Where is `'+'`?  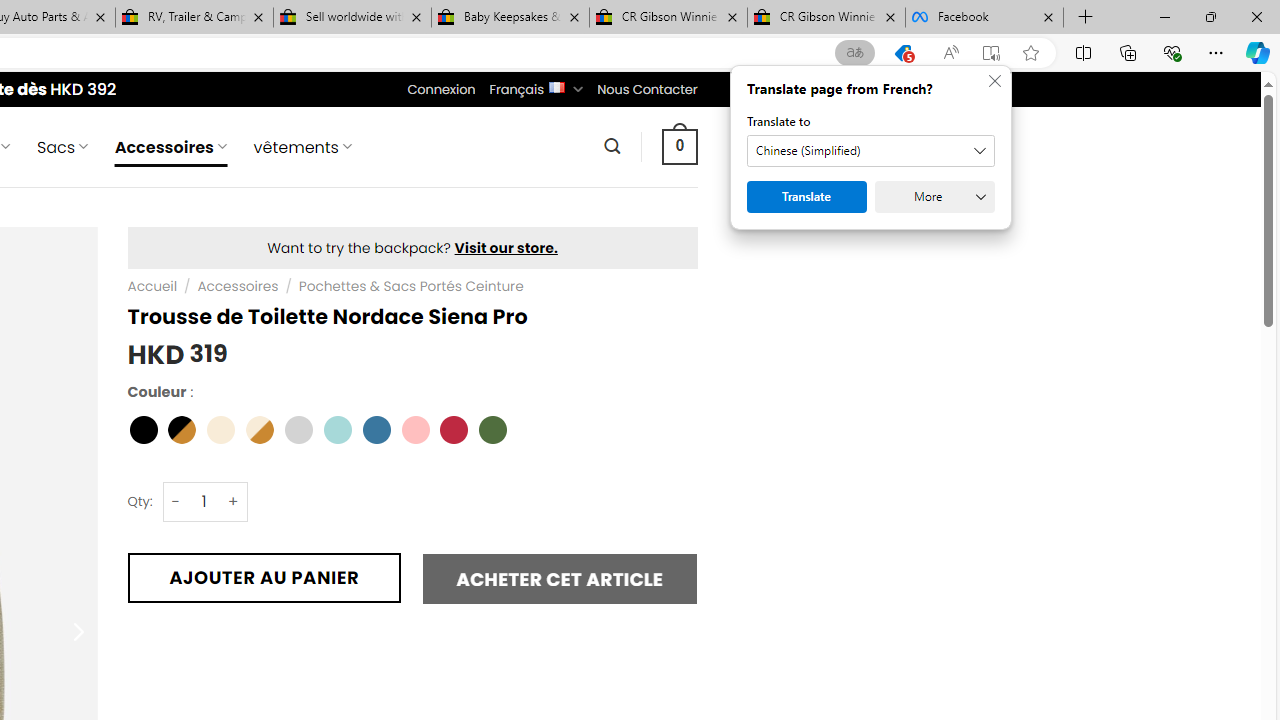 '+' is located at coordinates (234, 500).